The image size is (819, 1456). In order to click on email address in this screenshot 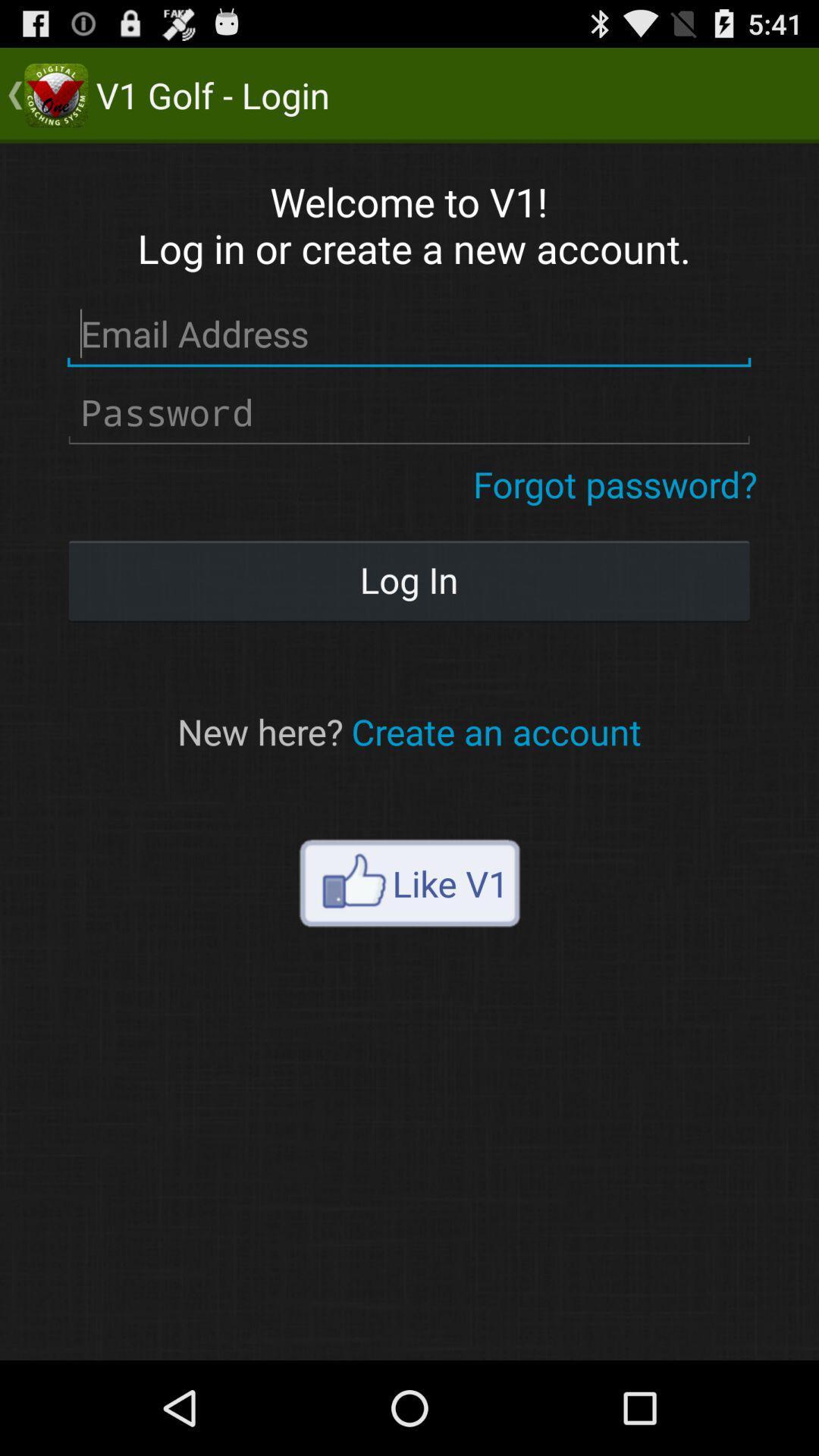, I will do `click(408, 334)`.